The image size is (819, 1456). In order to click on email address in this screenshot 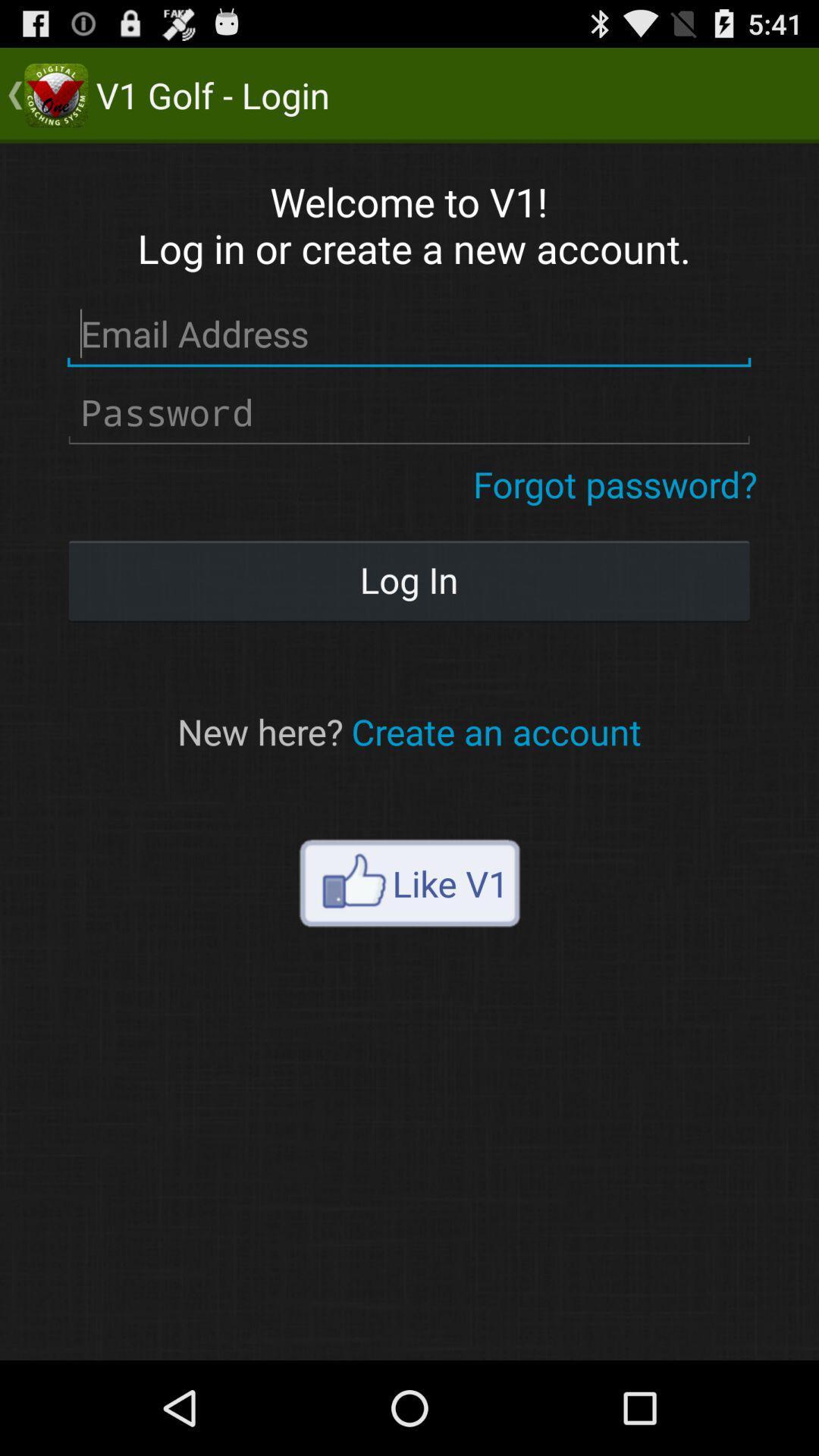, I will do `click(408, 334)`.